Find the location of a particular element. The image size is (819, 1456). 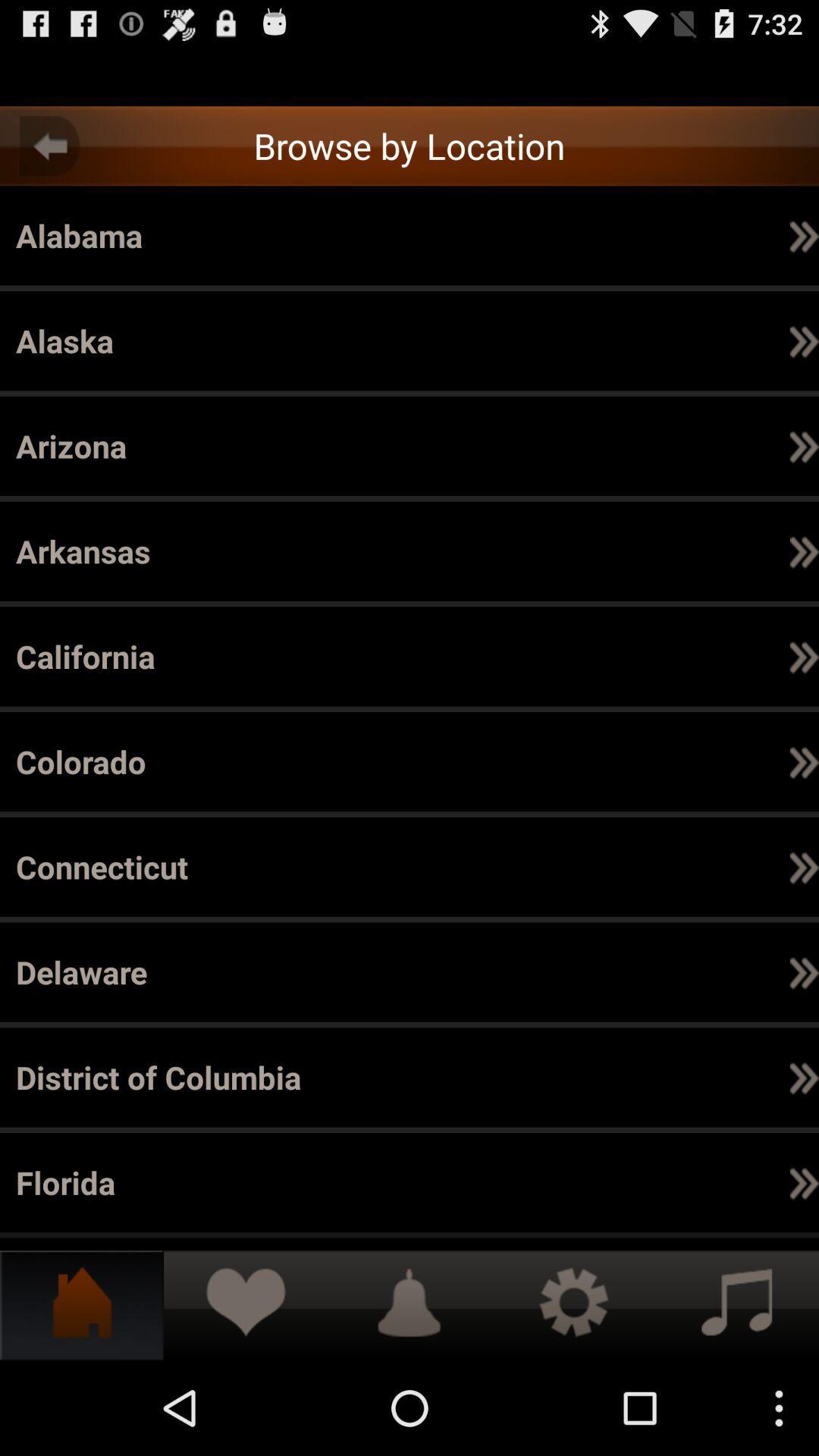

the item next to   alameda icon is located at coordinates (657, 234).